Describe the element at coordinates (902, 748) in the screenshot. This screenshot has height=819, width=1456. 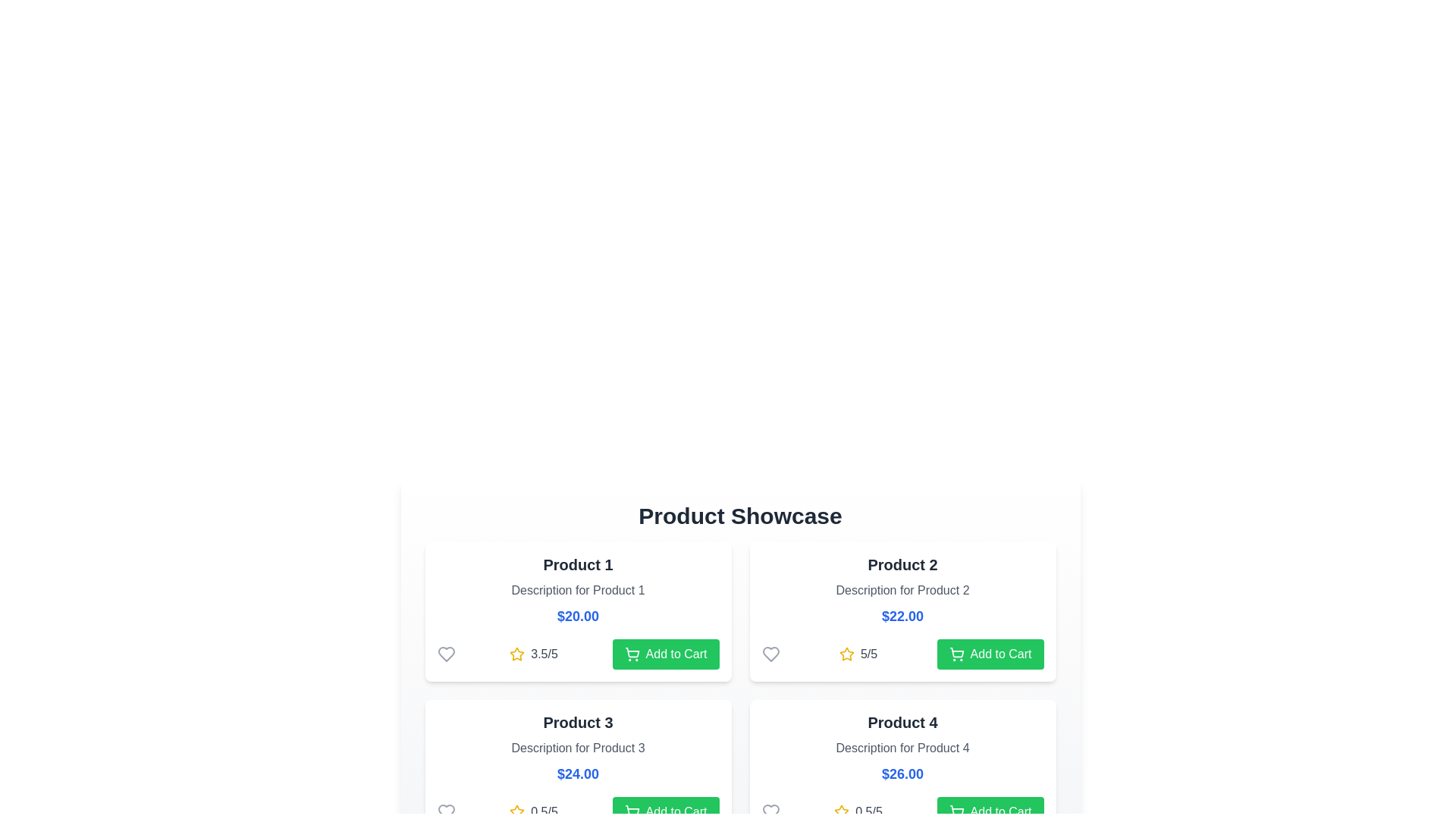
I see `the text label that provides a description for 'Product 4', positioned below the title and above the price information` at that location.